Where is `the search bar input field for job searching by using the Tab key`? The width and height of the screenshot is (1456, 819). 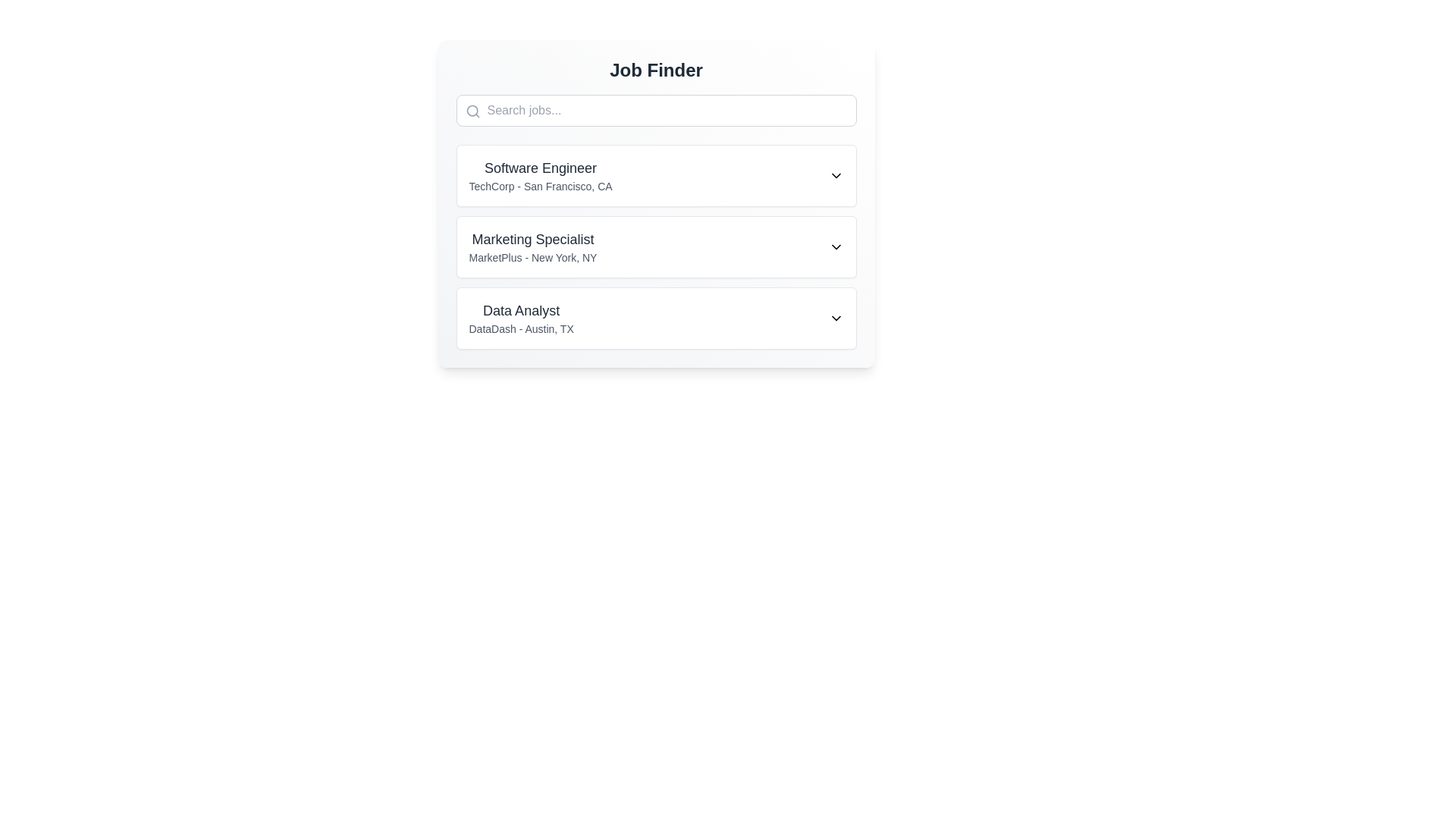
the search bar input field for job searching by using the Tab key is located at coordinates (656, 110).